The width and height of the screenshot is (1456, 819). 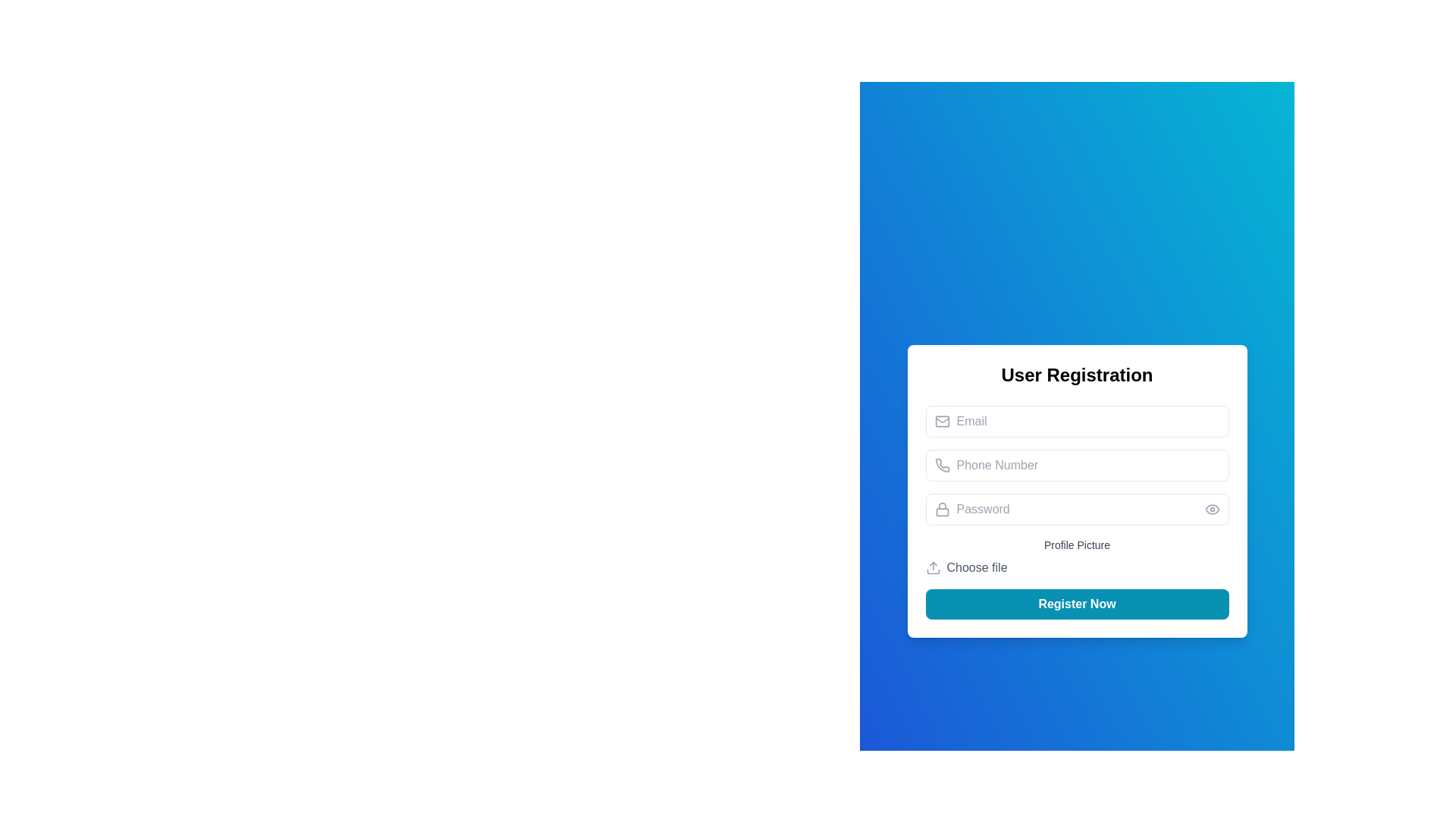 I want to click on the Password input field to focus on it, which is the third field in a vertical list of input fields within the form, so click(x=1076, y=509).